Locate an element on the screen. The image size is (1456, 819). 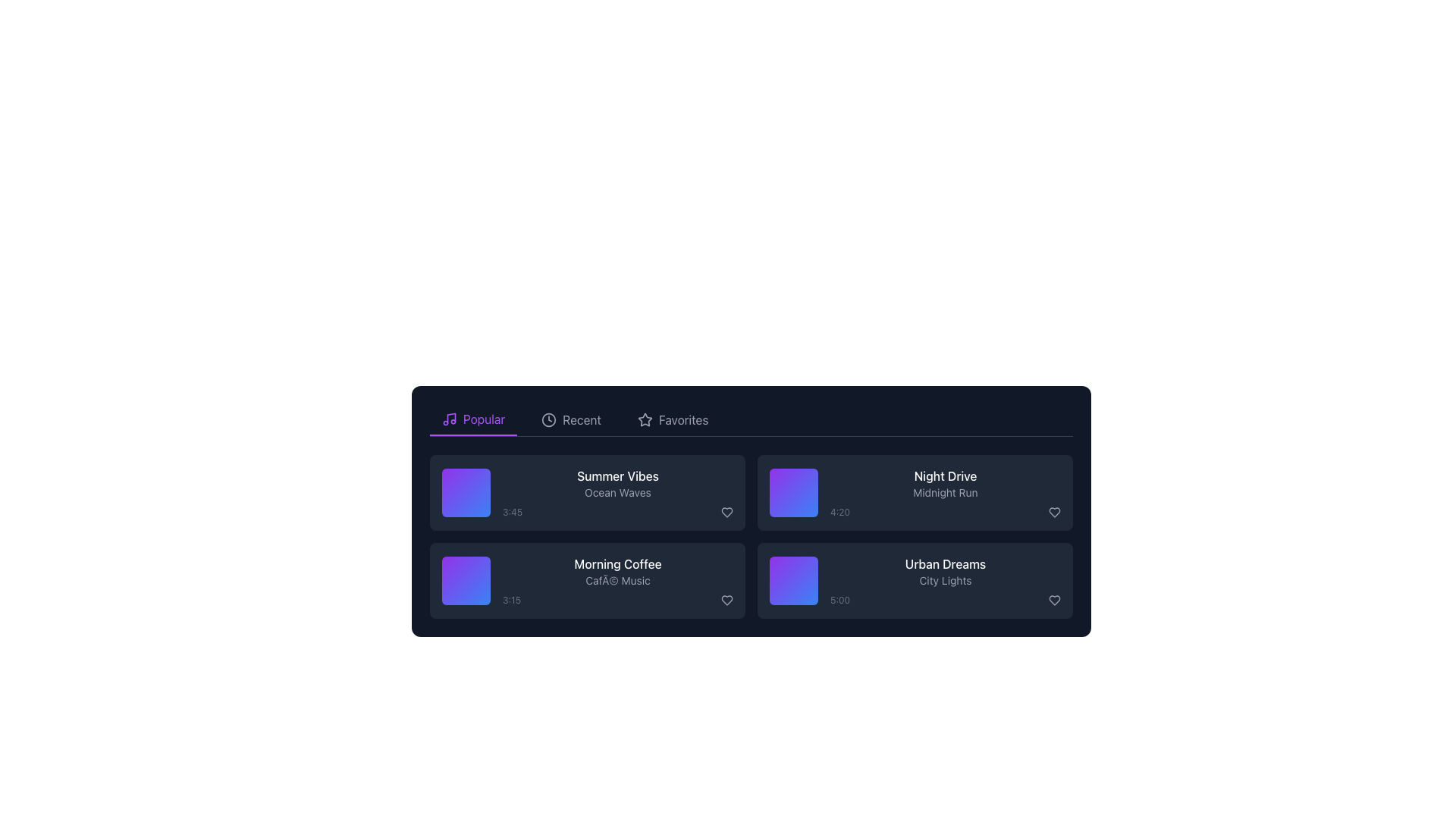
the time duration displayed in the bottom right portion of the 'Night Drive' card, which indicates the track's length is located at coordinates (945, 512).